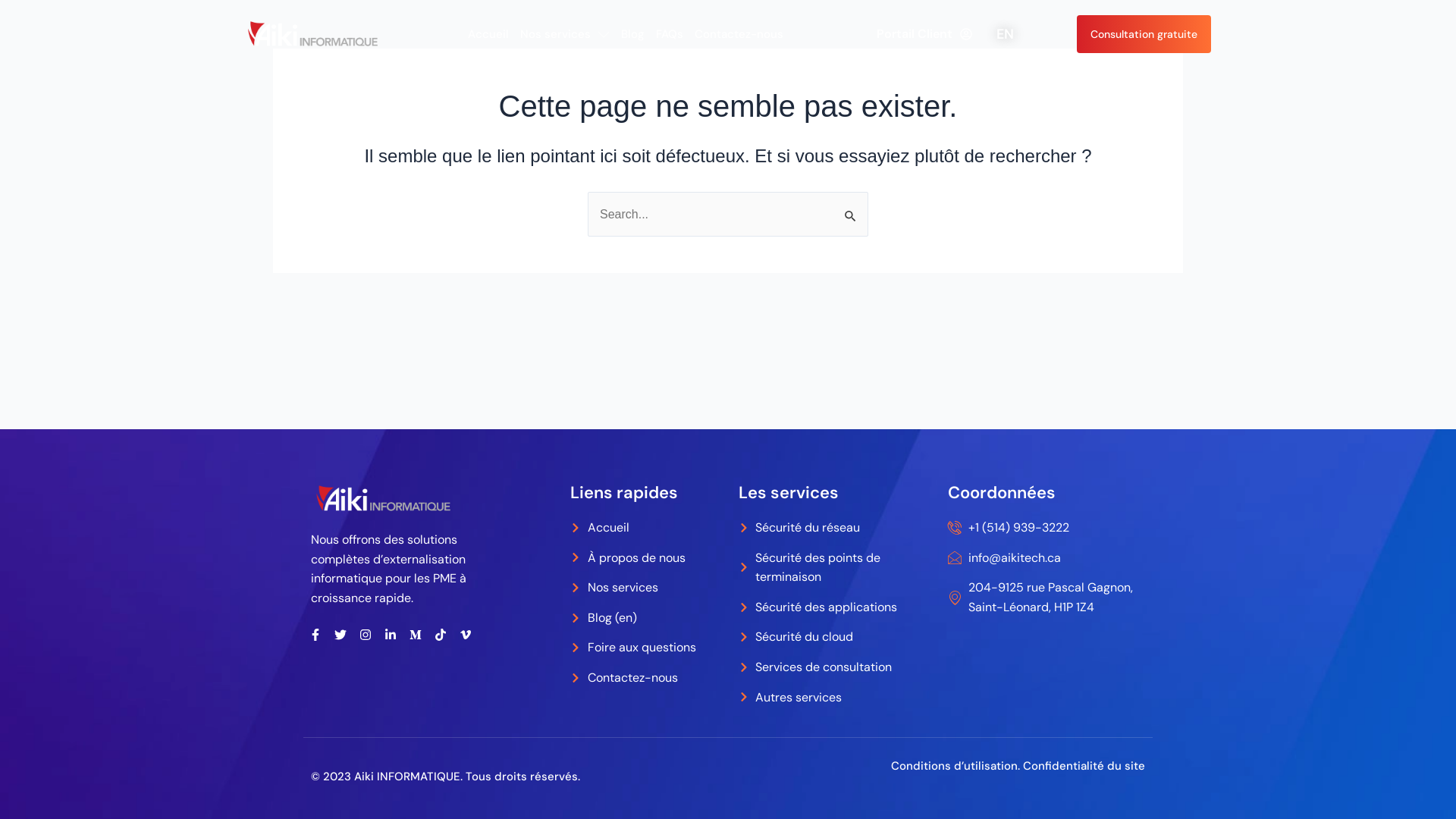 This screenshot has width=1456, height=819. Describe the element at coordinates (655, 34) in the screenshot. I see `'FAQs'` at that location.